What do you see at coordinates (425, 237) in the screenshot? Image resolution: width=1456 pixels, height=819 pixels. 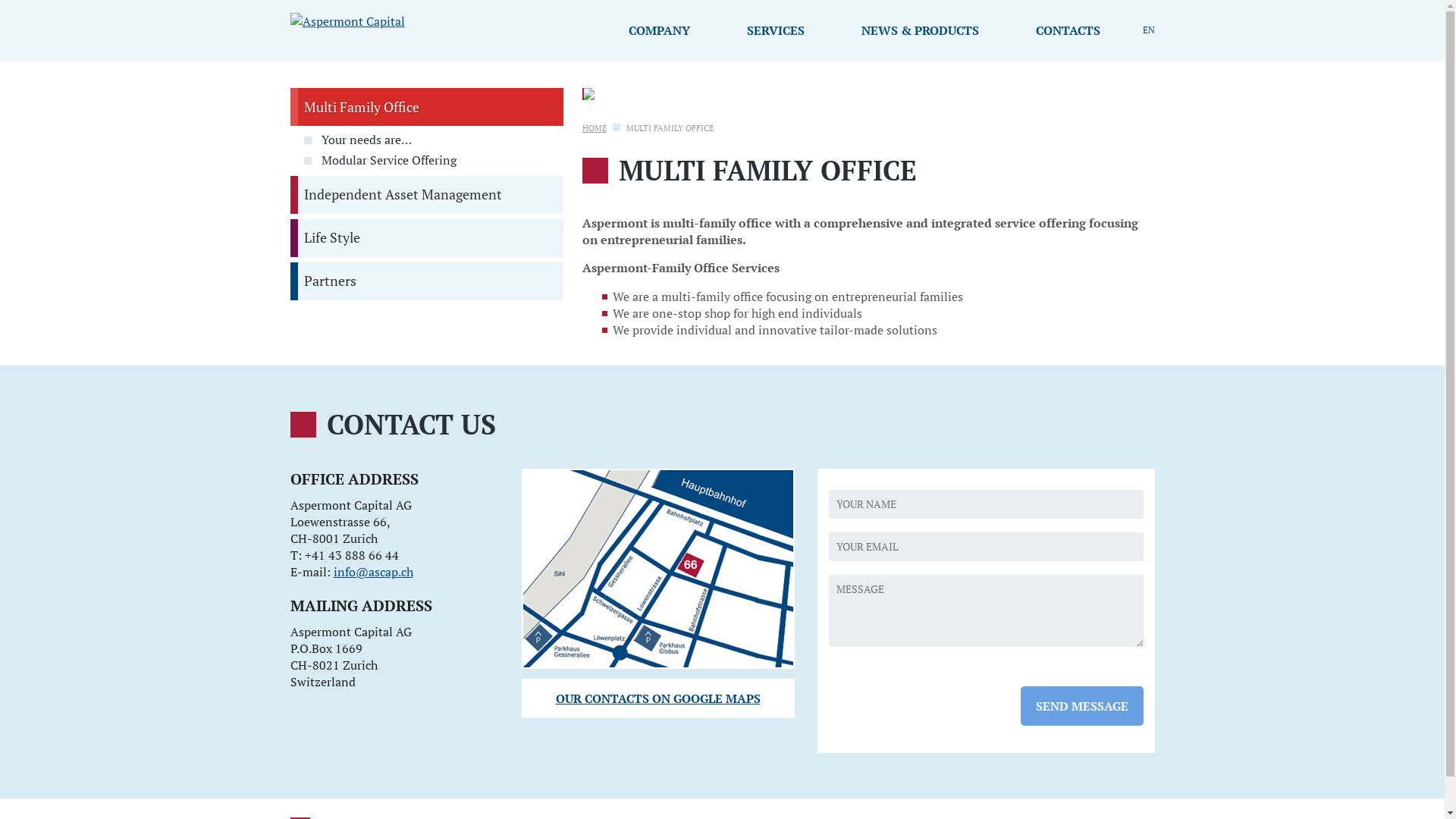 I see `'Life Style'` at bounding box center [425, 237].